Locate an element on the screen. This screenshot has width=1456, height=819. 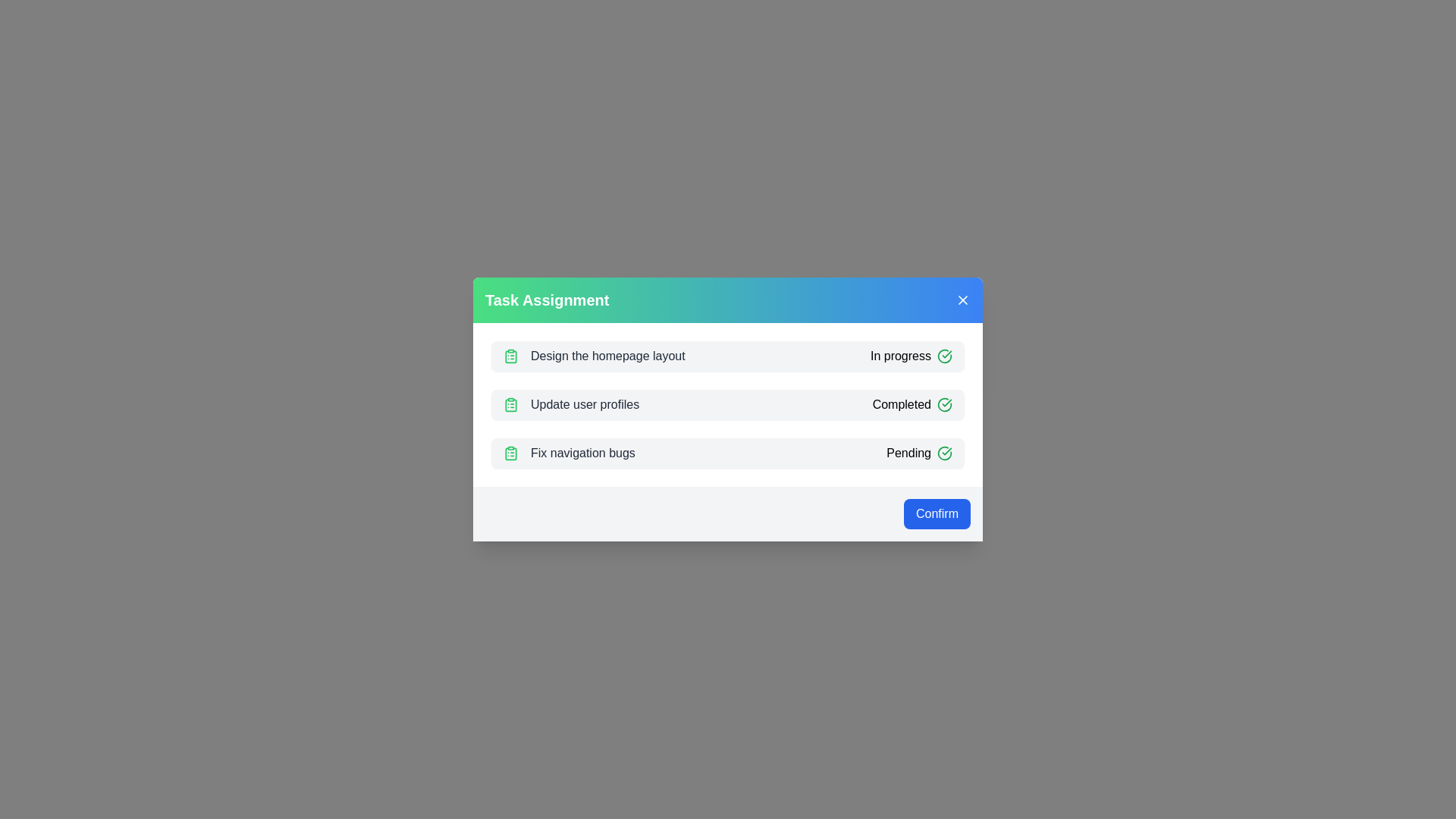
the completion status icon located to the right of the 'Completed' status label in the second row of the 'Task Assignment' table is located at coordinates (944, 403).